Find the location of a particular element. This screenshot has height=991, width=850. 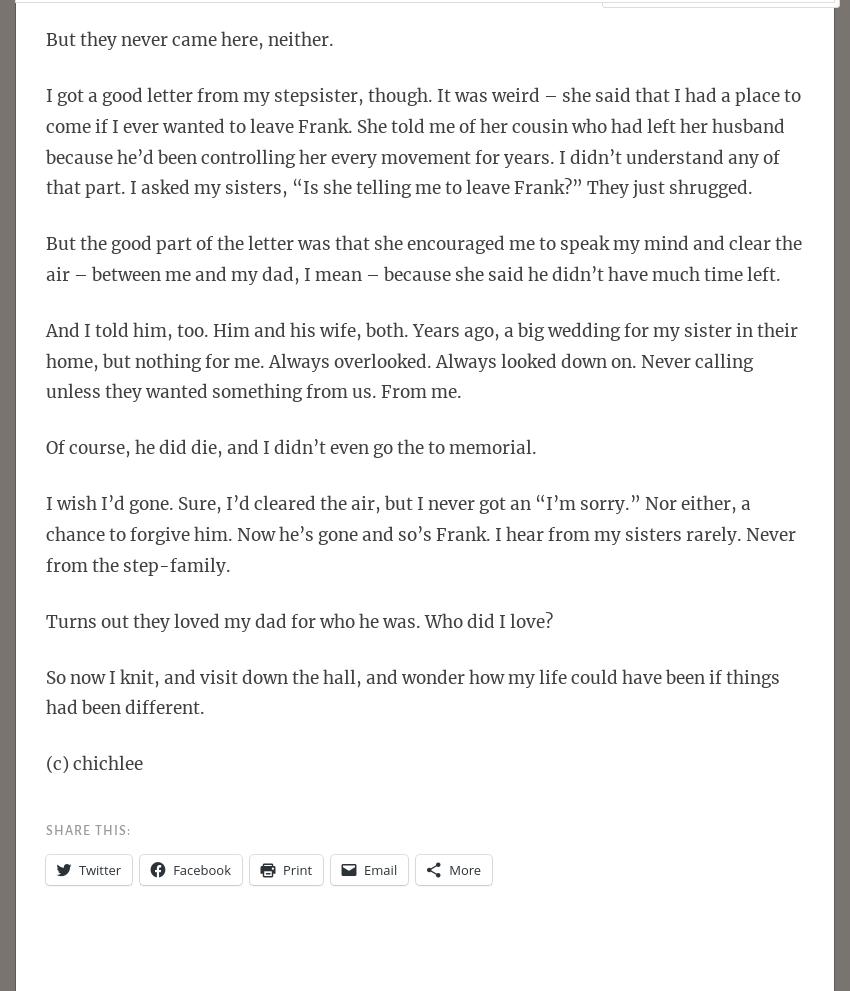

'I wish I’d gone. Sure, I’d cleared the air, but I never got an “I’m sorry.” Nor either, a chance to forgive him. Now he’s gone and so’s Frank. I hear from my sisters rarely. Never from the step-family.' is located at coordinates (421, 534).